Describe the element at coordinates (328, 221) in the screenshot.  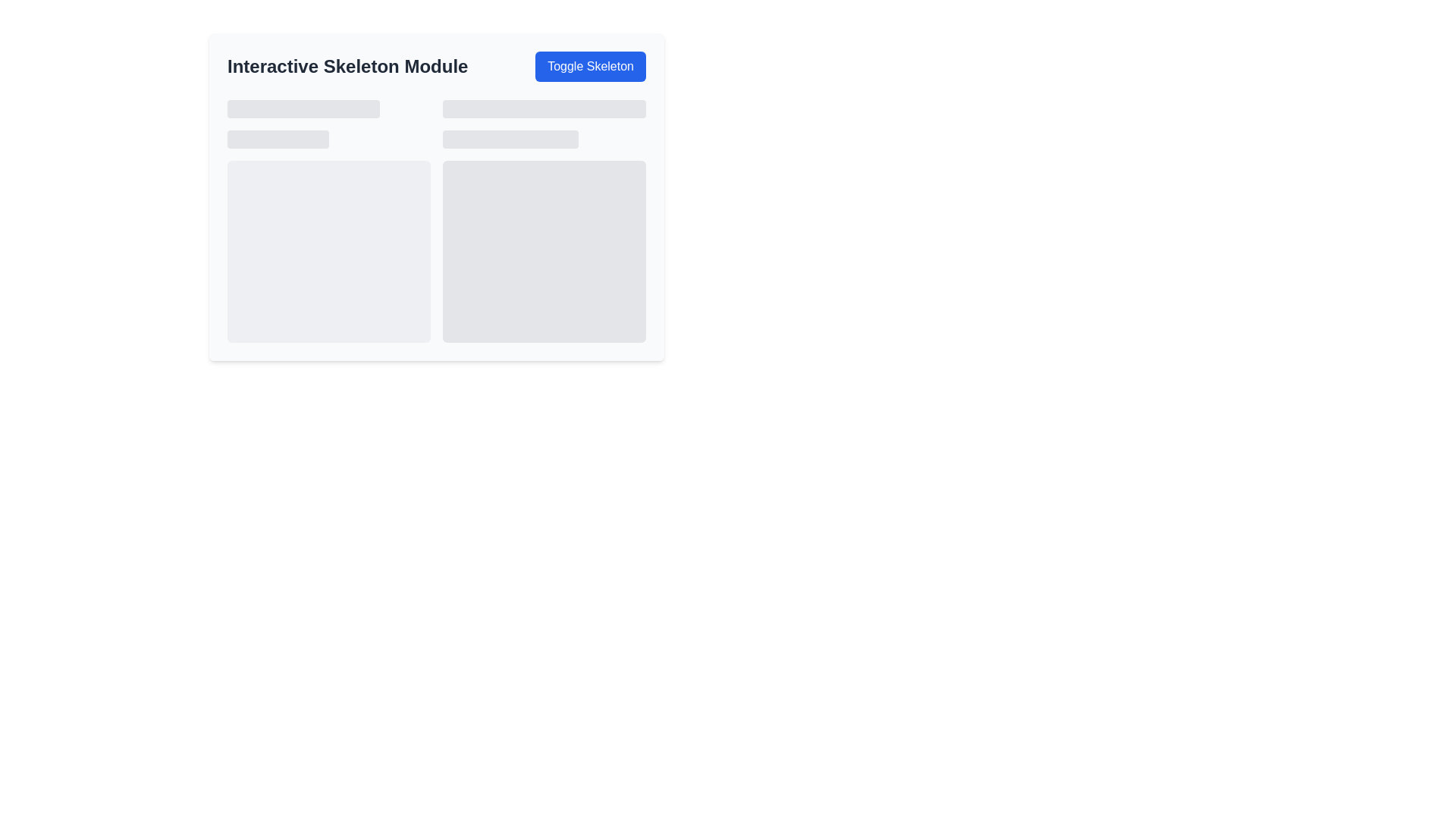
I see `the visual placeholder or skeleton loader with a gray background and rounded corners, located in the left column of a two-column grid layout` at that location.